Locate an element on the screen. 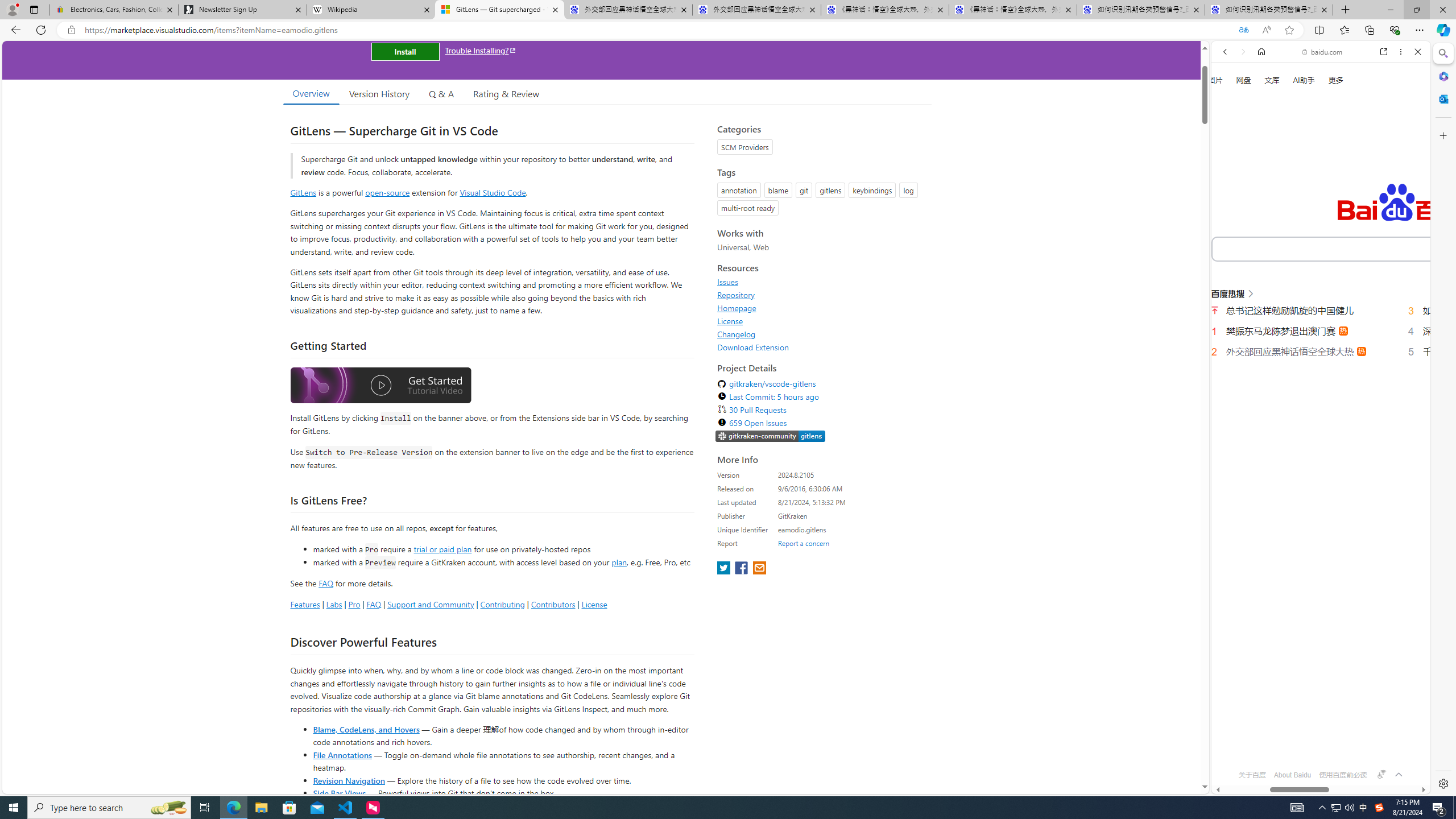 This screenshot has height=819, width=1456. 'Support and Community' is located at coordinates (431, 603).